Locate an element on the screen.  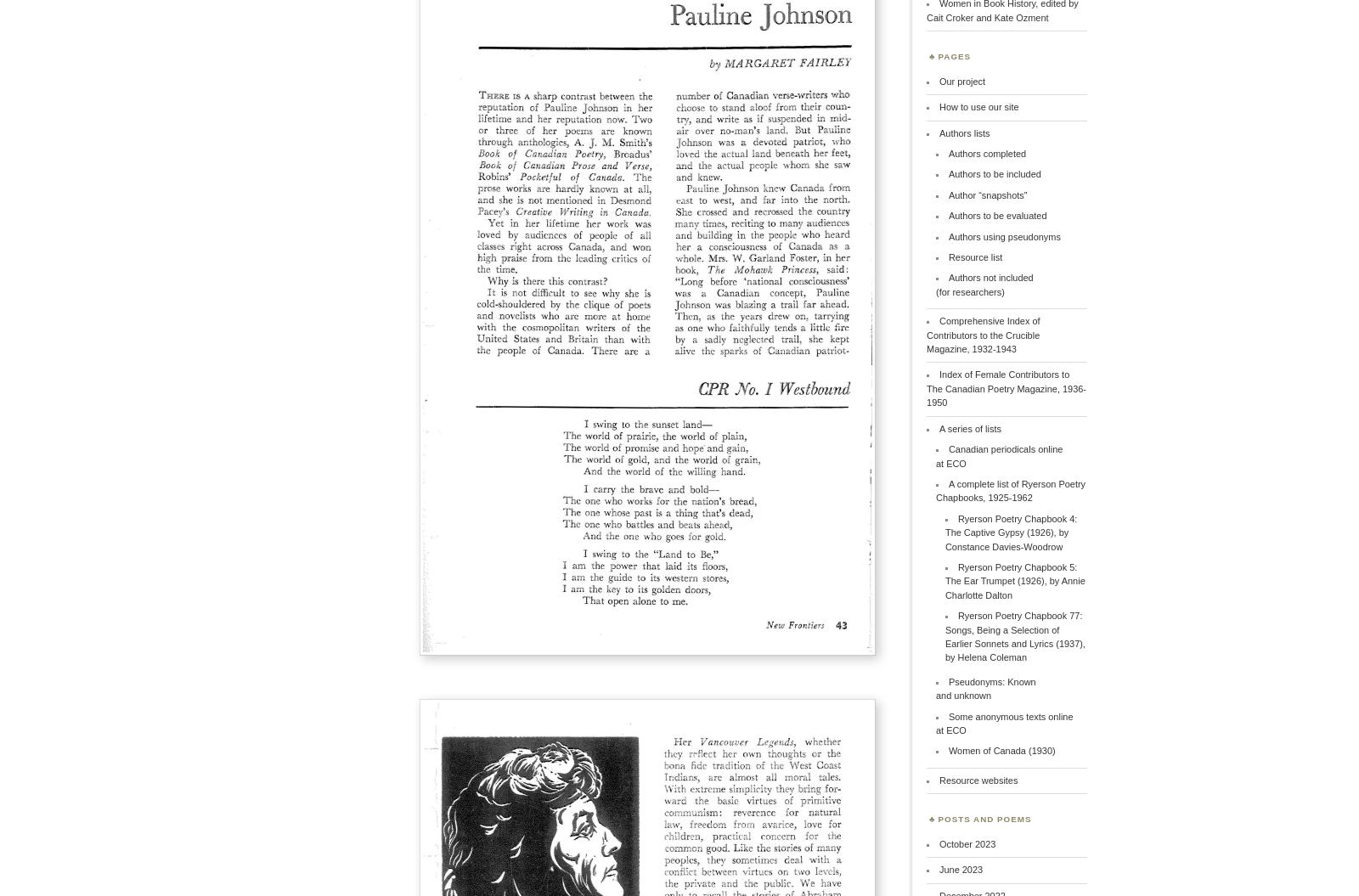
'June 2023' is located at coordinates (961, 868).